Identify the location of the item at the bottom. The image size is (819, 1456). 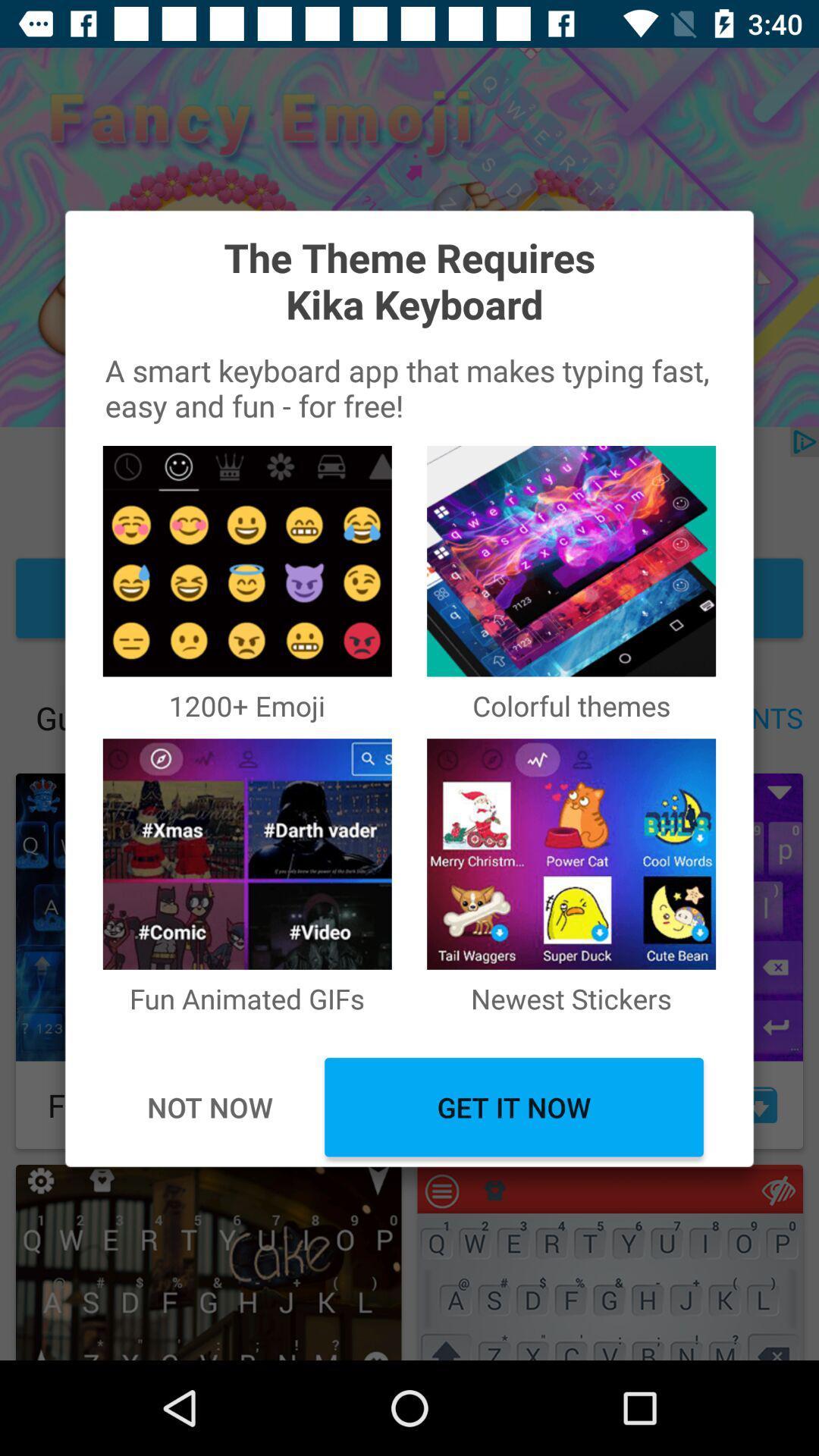
(513, 1107).